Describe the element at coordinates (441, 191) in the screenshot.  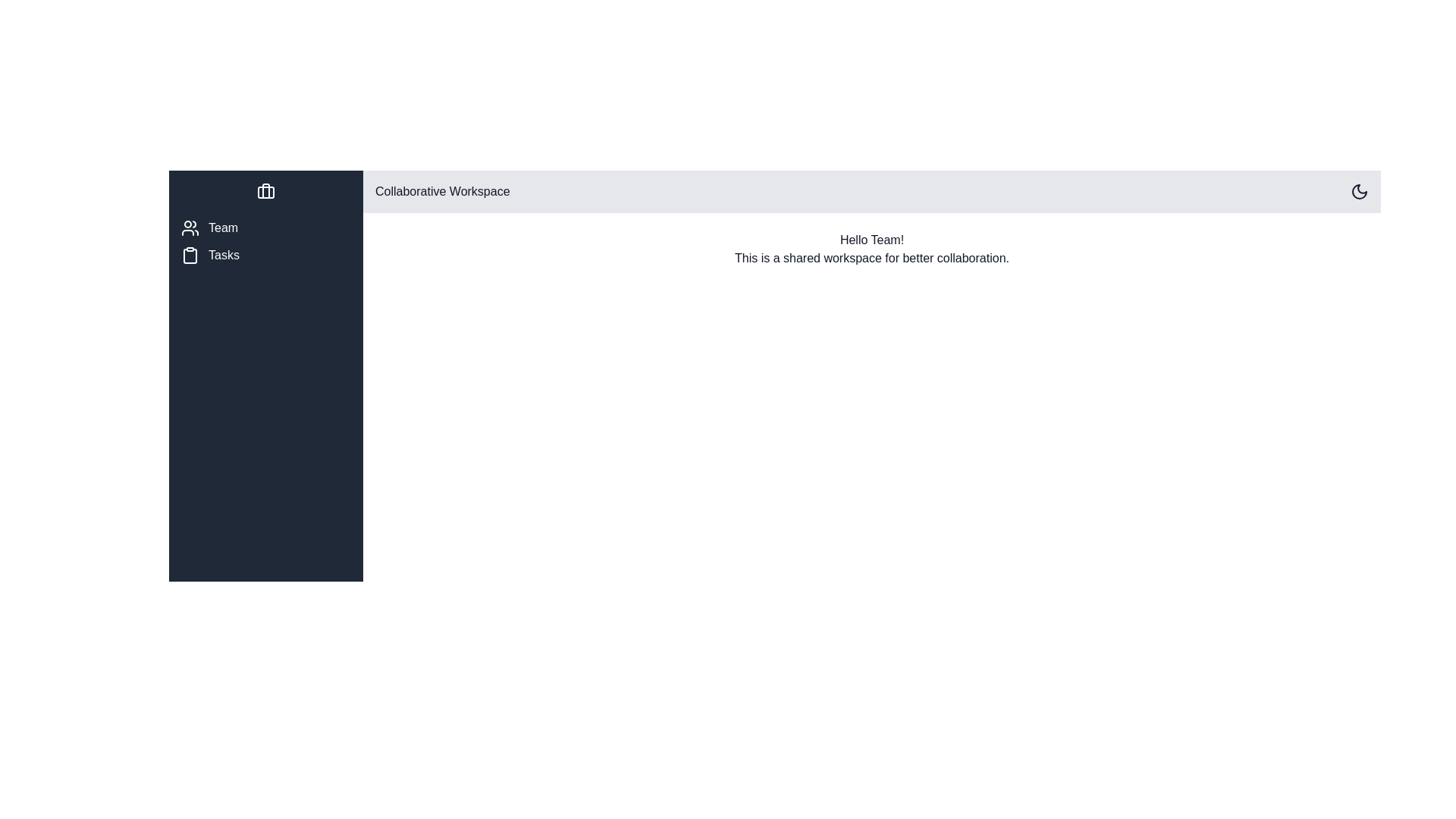
I see `text displayed in the 'Collaborative Workspace' text label, which is in a bold sans-serif font with a gray background and black text, located in the left portion of the header bar` at that location.